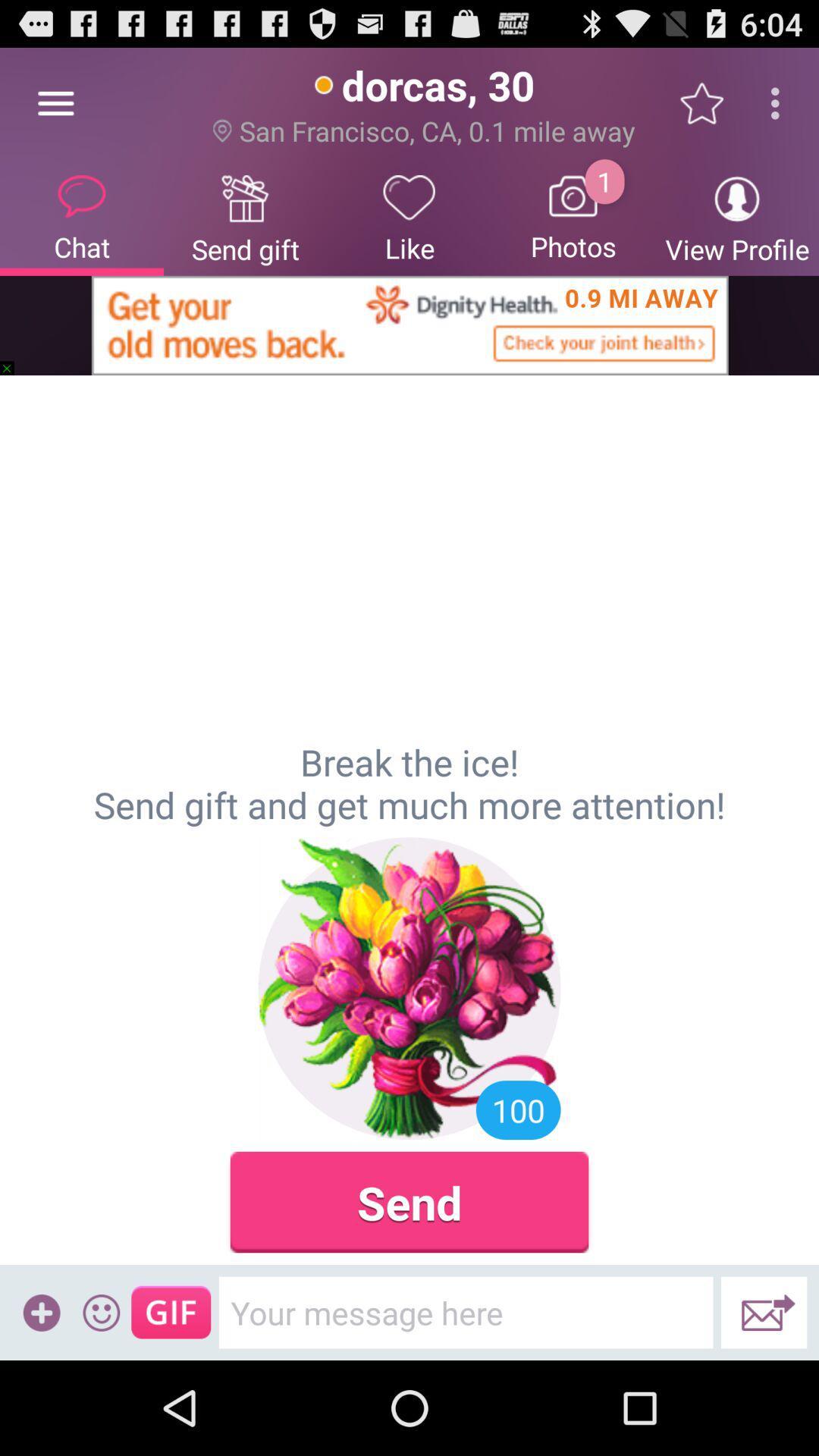 The image size is (819, 1456). I want to click on icon above view profile item, so click(779, 102).